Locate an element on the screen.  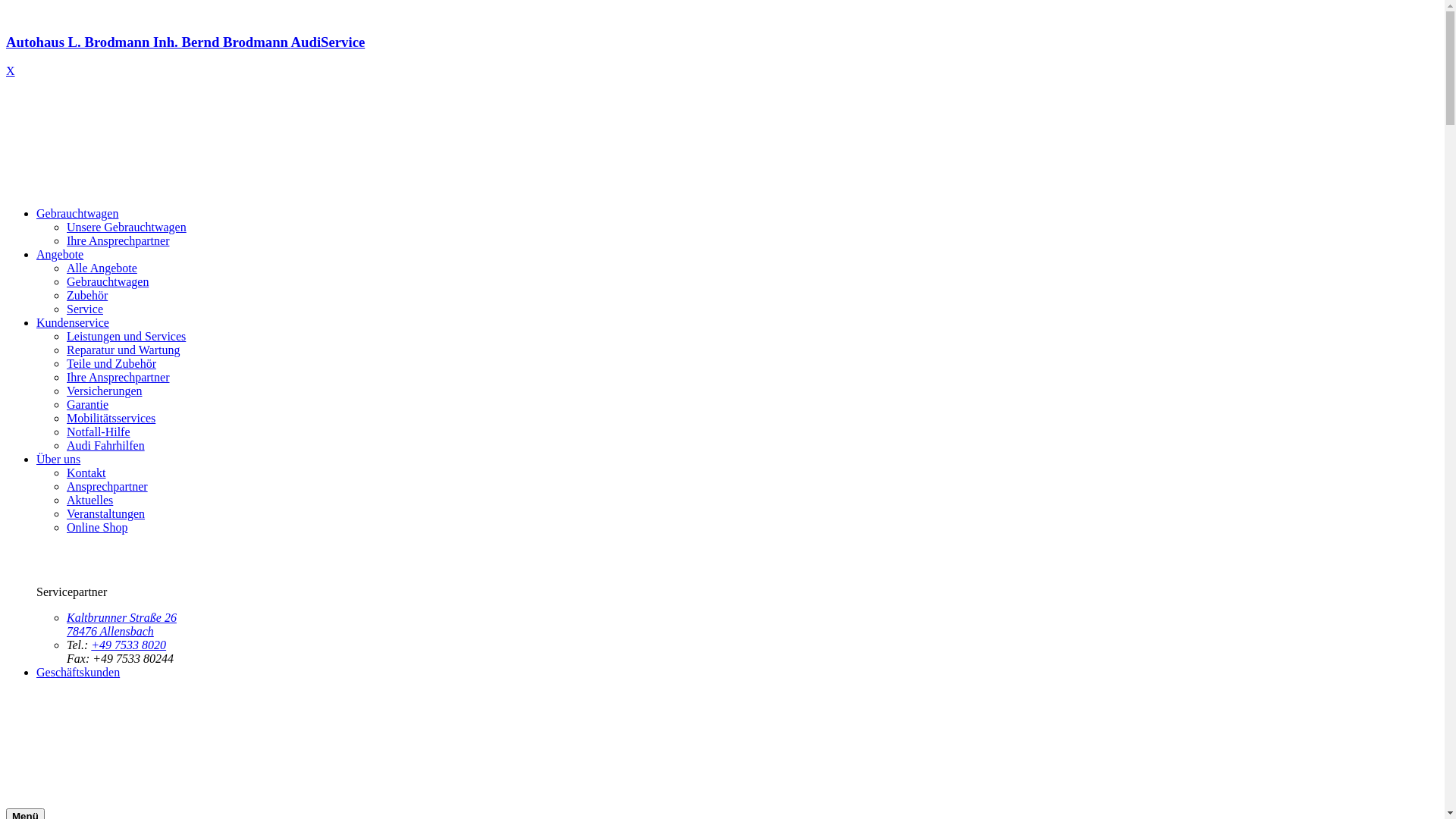
'Gebrauchtwagen' is located at coordinates (76, 213).